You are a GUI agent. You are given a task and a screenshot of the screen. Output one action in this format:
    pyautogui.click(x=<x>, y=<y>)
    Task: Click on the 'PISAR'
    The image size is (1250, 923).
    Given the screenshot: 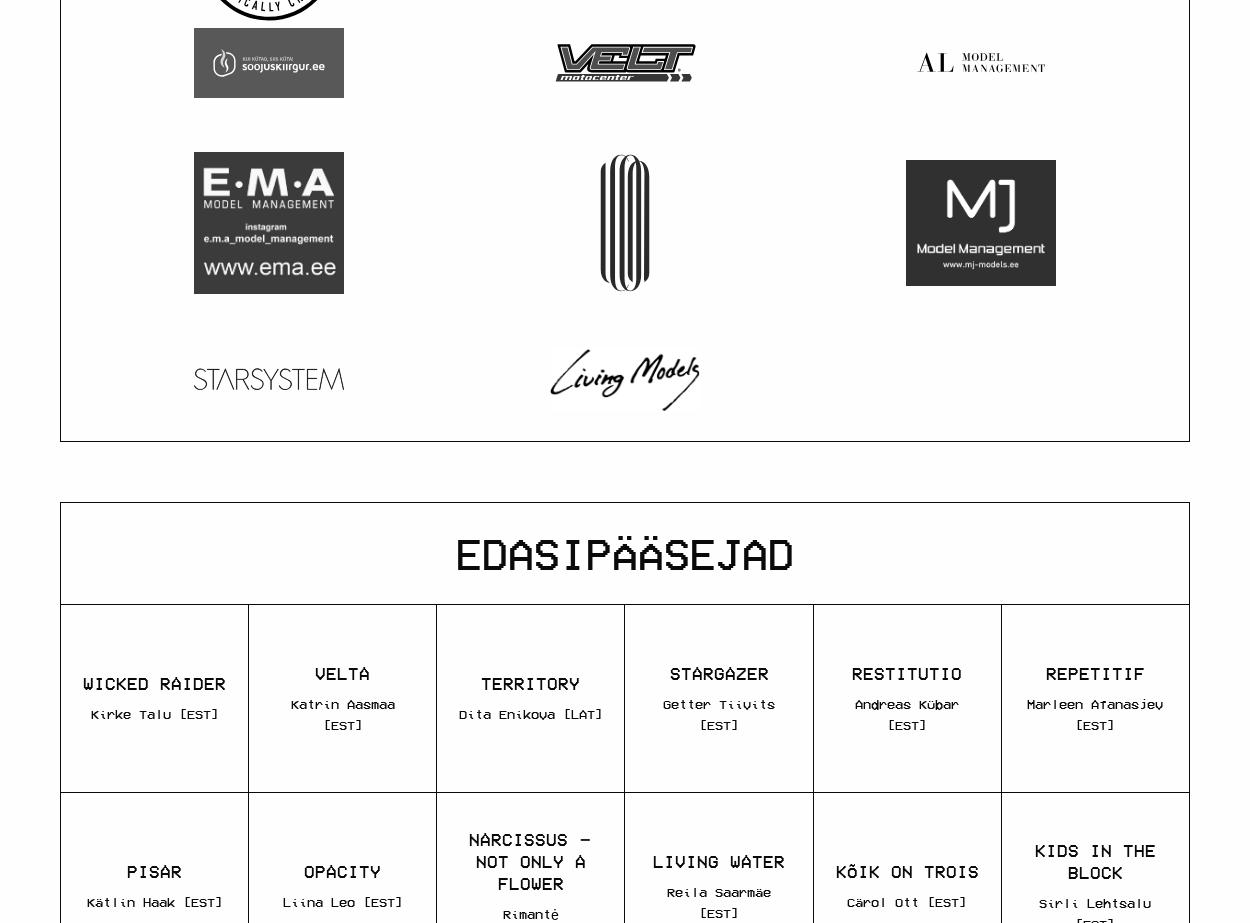 What is the action you would take?
    pyautogui.click(x=154, y=870)
    